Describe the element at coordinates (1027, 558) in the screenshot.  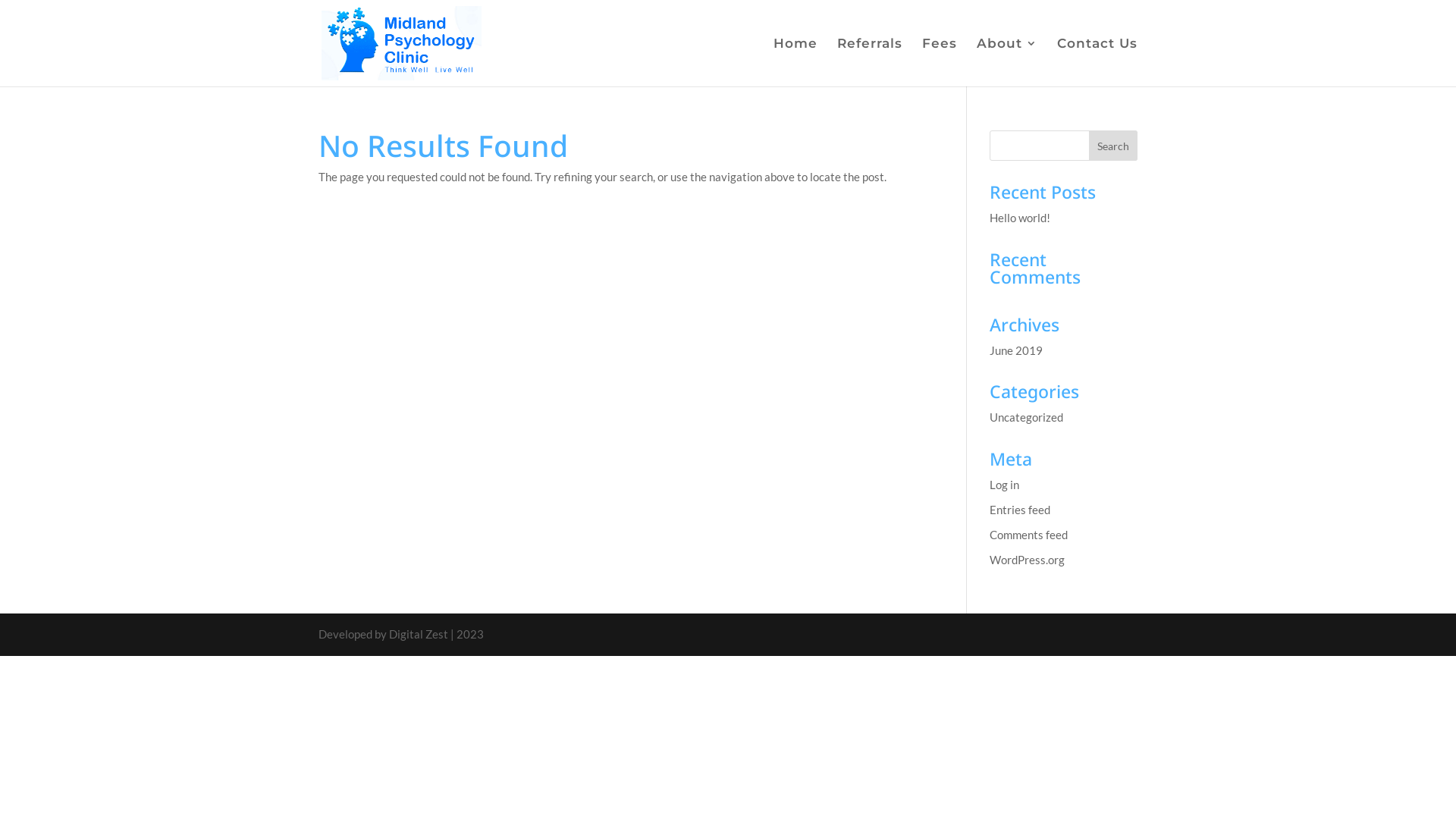
I see `'WordPress.org'` at that location.